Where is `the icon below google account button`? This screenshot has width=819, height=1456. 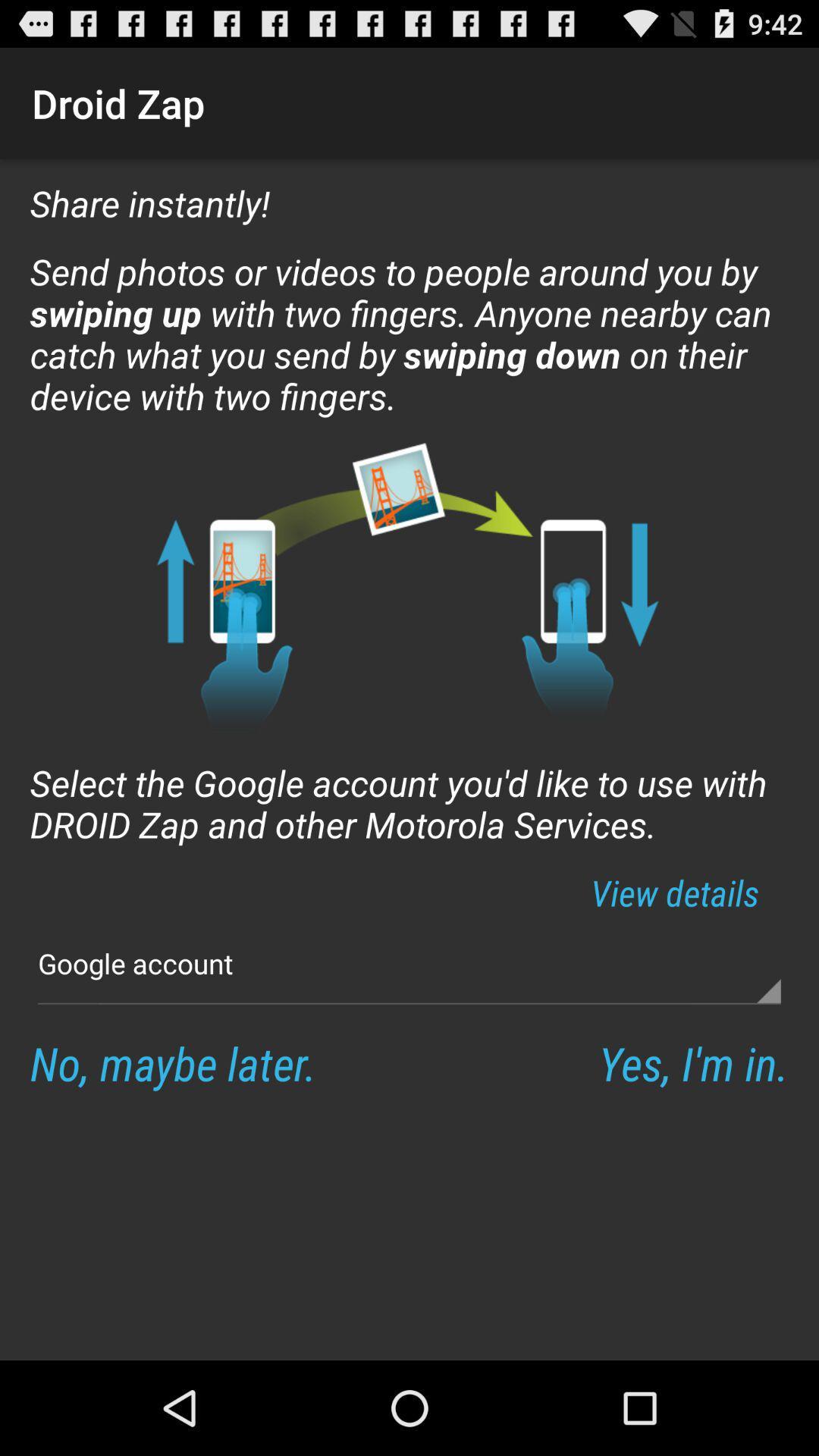
the icon below google account button is located at coordinates (172, 1062).